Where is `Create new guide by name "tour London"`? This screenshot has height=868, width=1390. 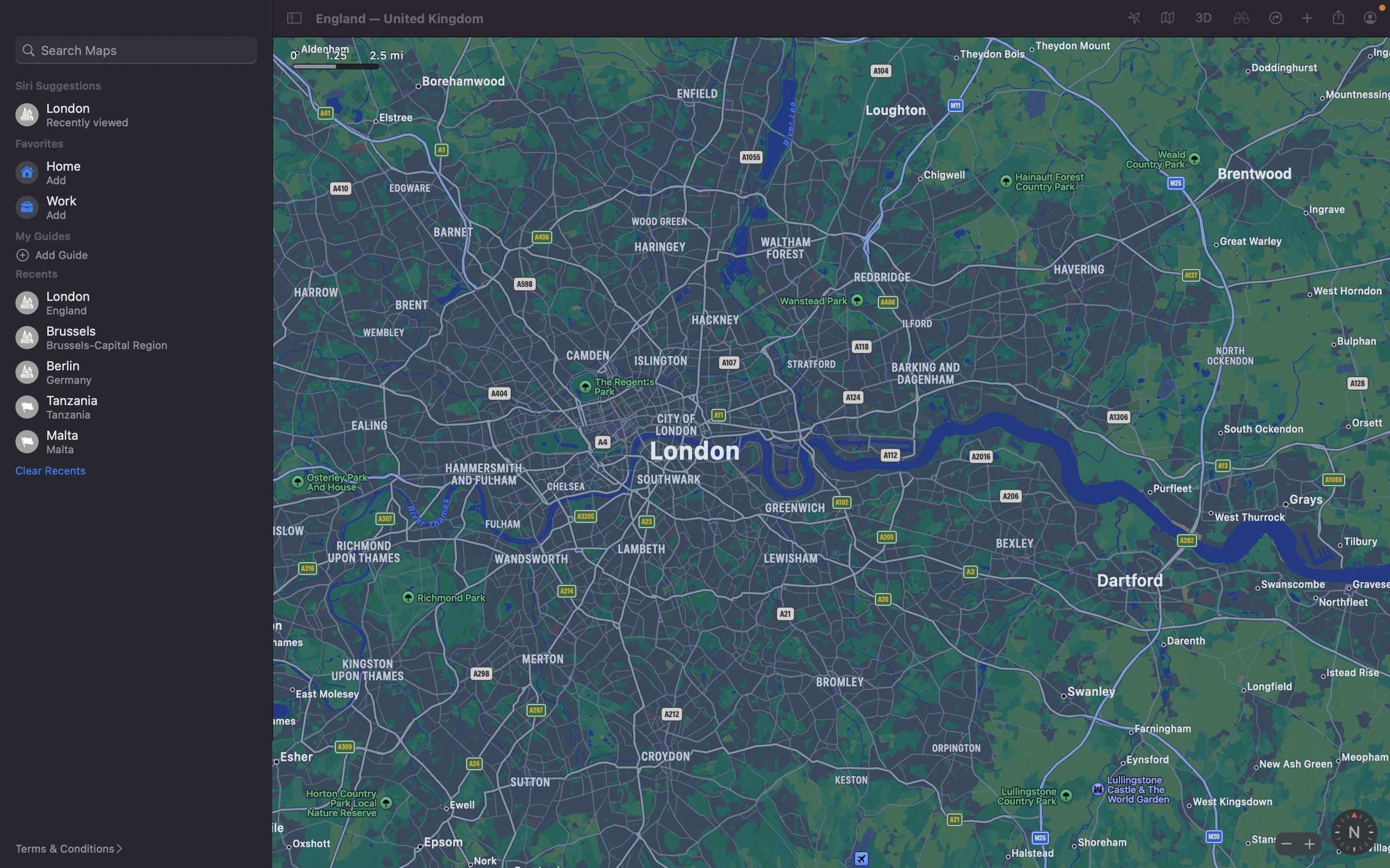 Create new guide by name "tour London" is located at coordinates (52, 470).